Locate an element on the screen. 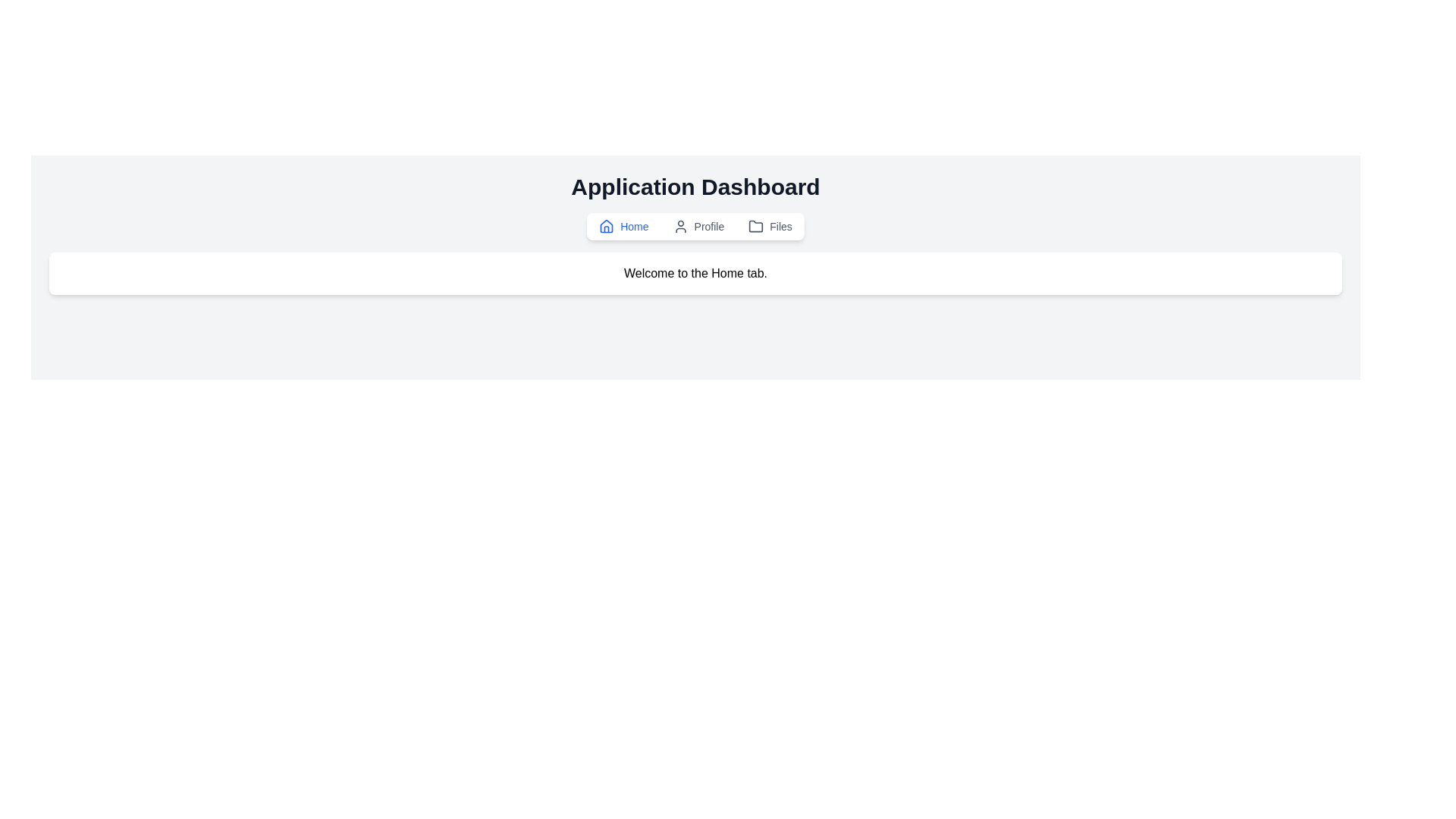 The width and height of the screenshot is (1456, 819). the 'Home' button in the navigation bar, which features a house icon and the text 'Home' is located at coordinates (623, 227).